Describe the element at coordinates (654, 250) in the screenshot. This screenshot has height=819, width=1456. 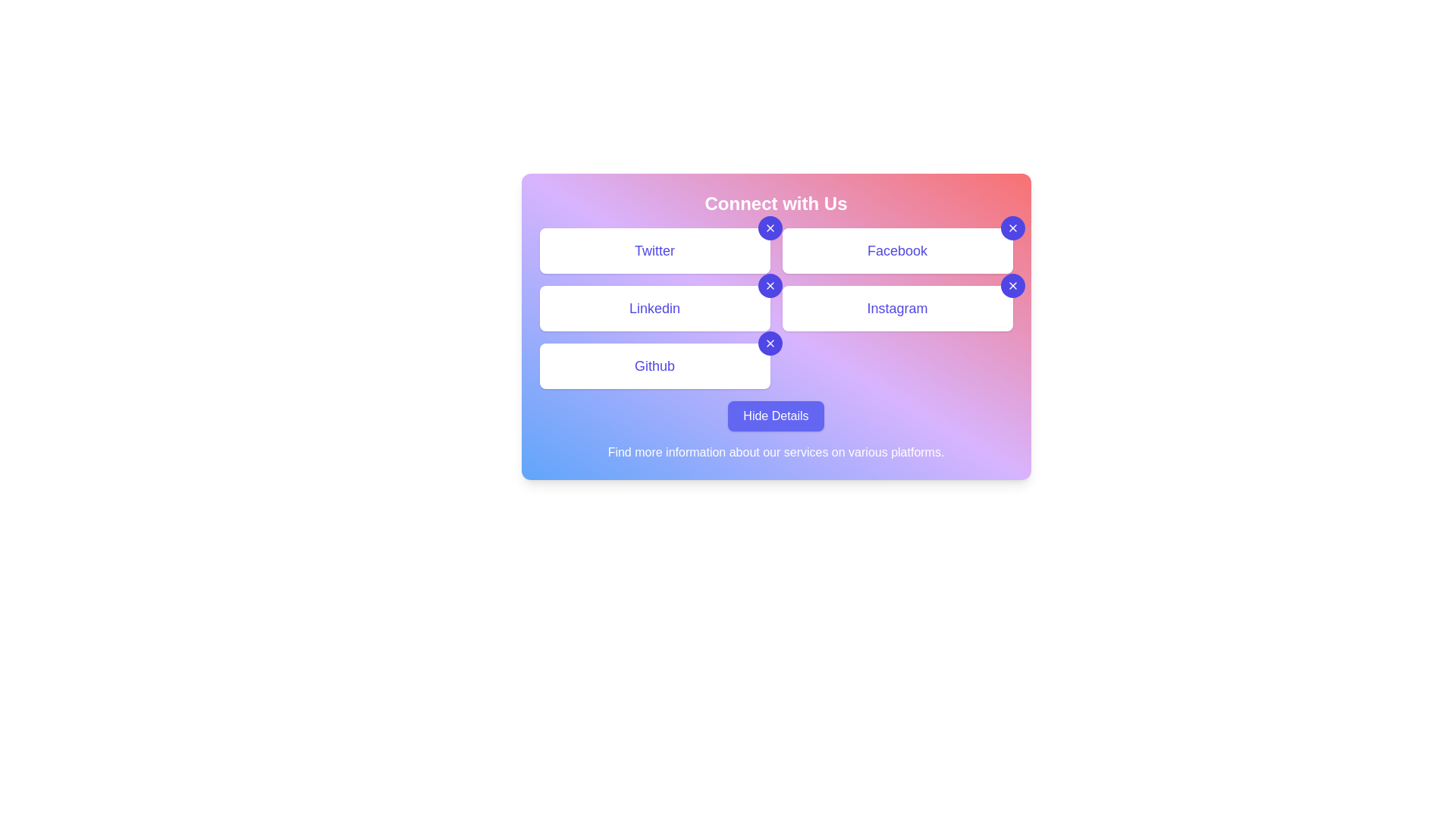
I see `or read the 'Twitter' label from the Card element located in the top-left corner of the grid layout` at that location.